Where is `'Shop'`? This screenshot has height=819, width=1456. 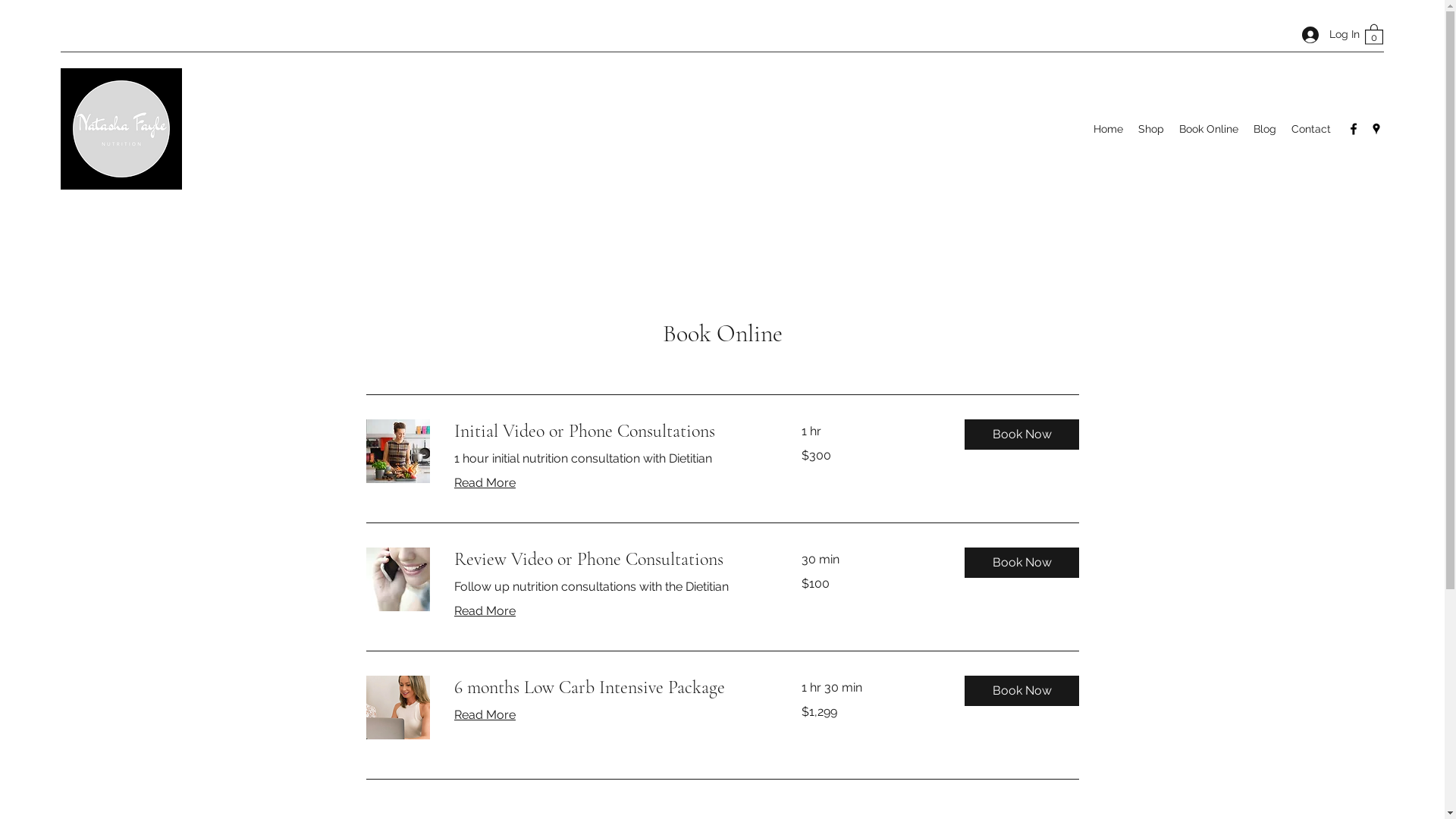 'Shop' is located at coordinates (1150, 127).